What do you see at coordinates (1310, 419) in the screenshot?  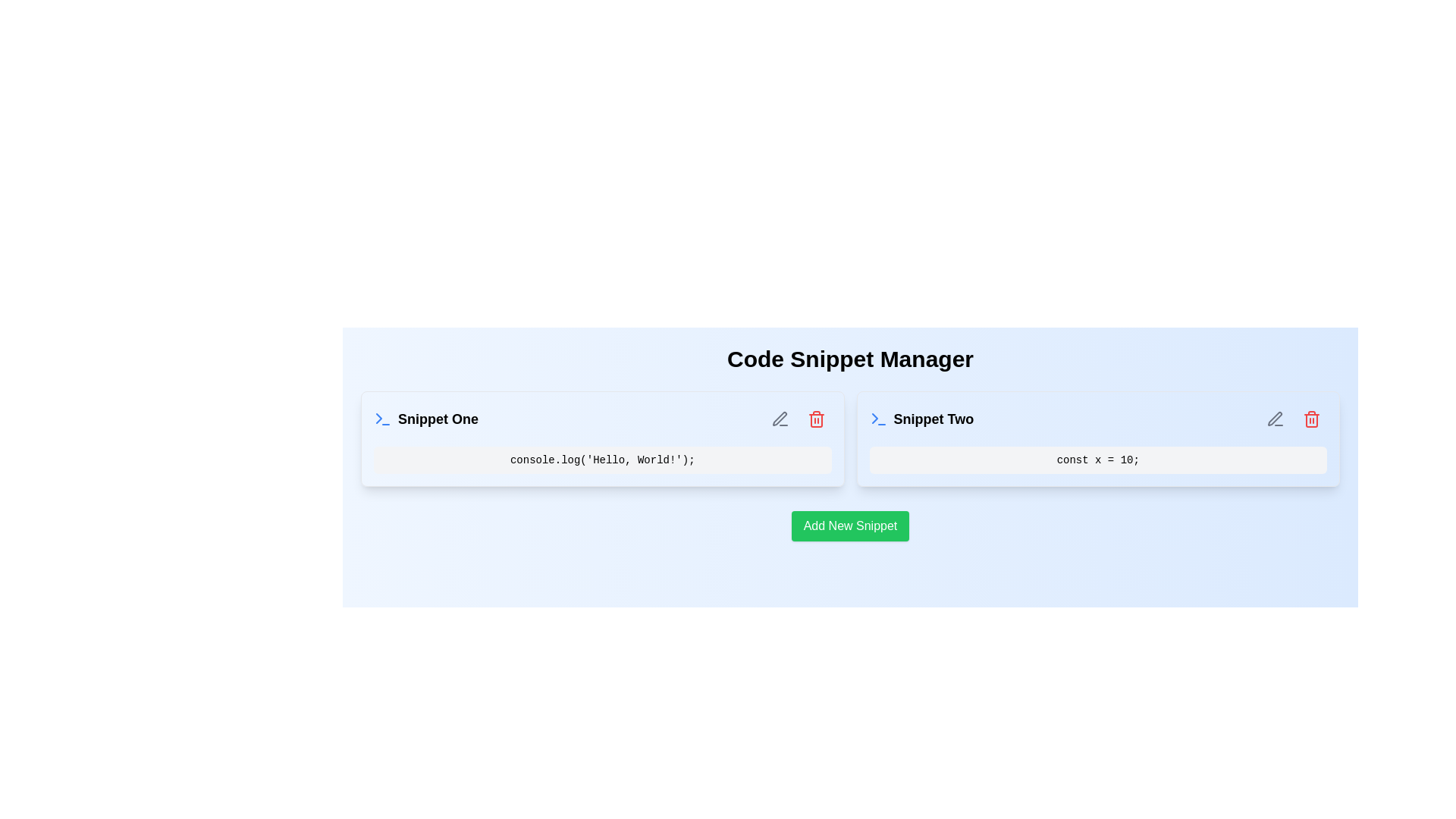 I see `the delete button icon located in the top-right corner of 'Snippet Two'` at bounding box center [1310, 419].